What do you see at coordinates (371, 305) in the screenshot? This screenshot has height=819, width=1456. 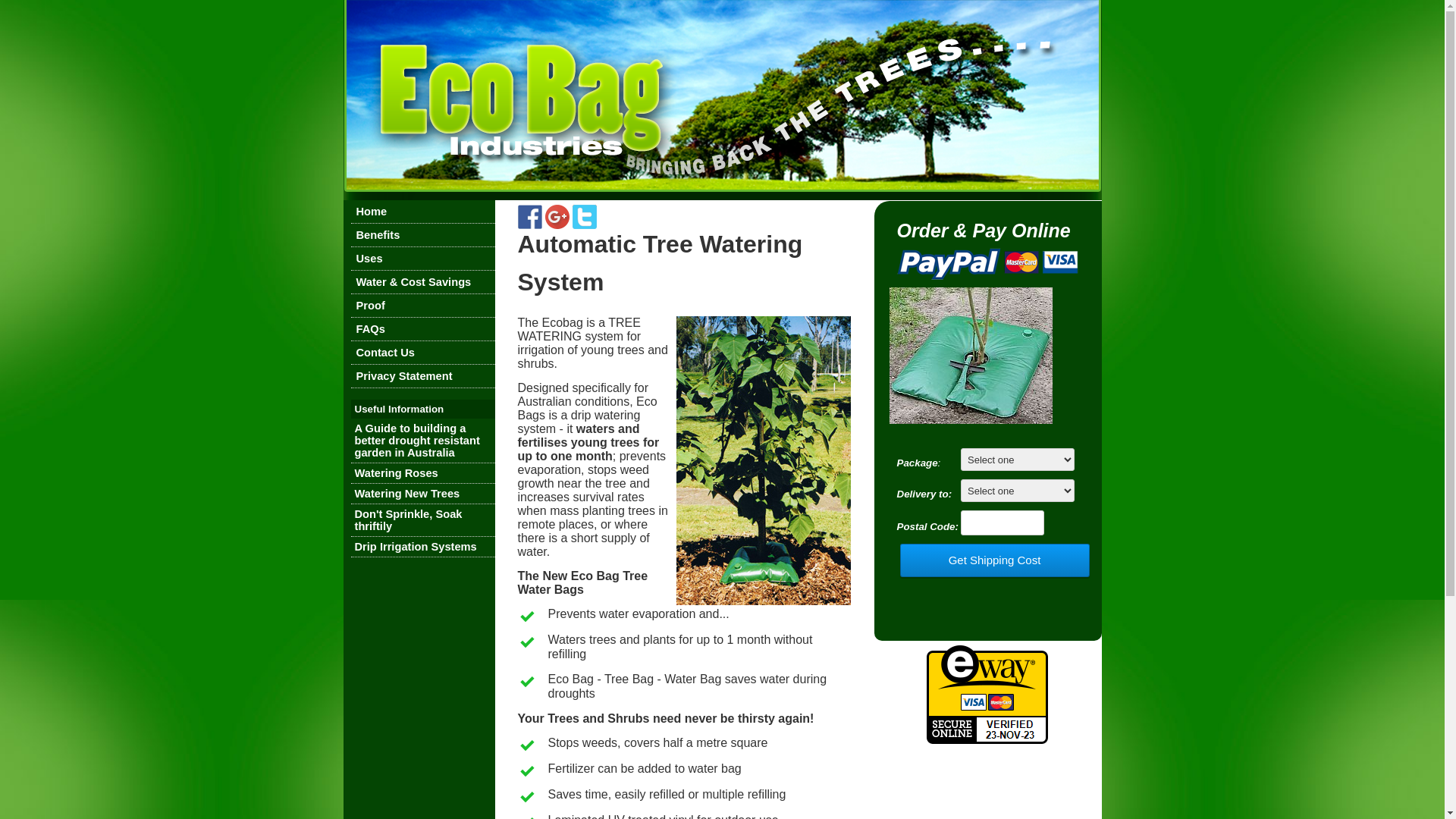 I see `'Proof'` at bounding box center [371, 305].